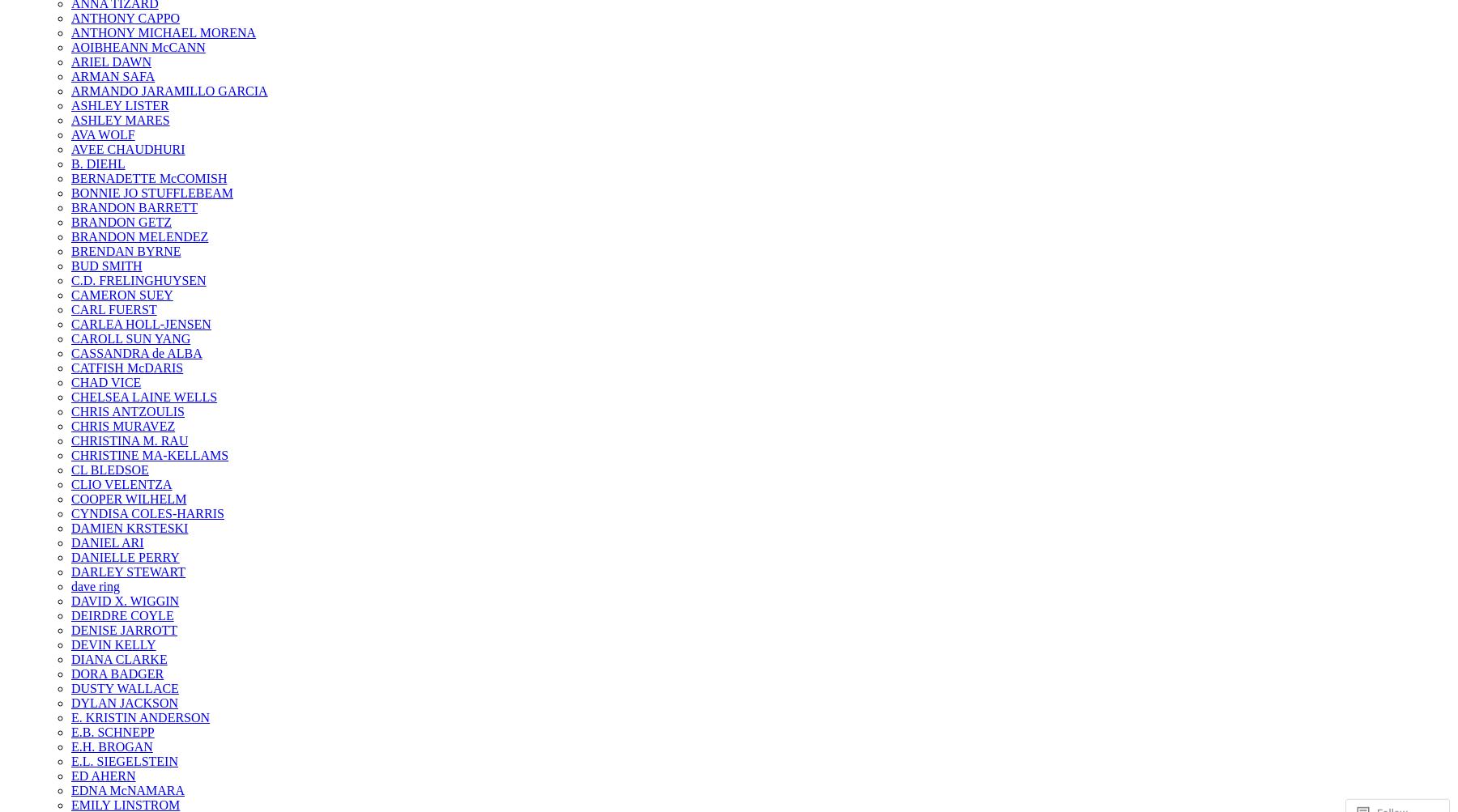  What do you see at coordinates (125, 703) in the screenshot?
I see `'DYLAN JACKSON'` at bounding box center [125, 703].